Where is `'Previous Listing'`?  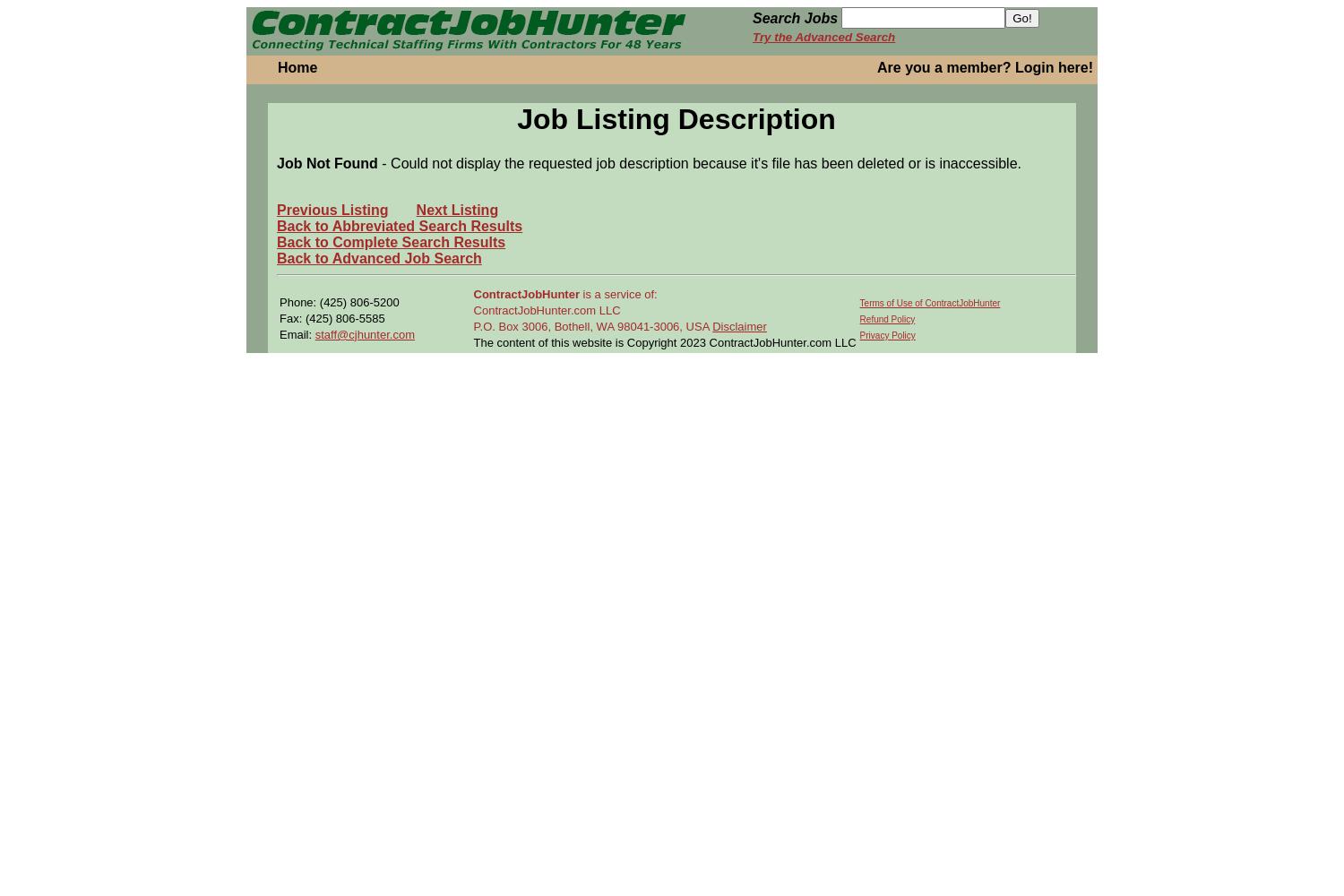 'Previous Listing' is located at coordinates (331, 208).